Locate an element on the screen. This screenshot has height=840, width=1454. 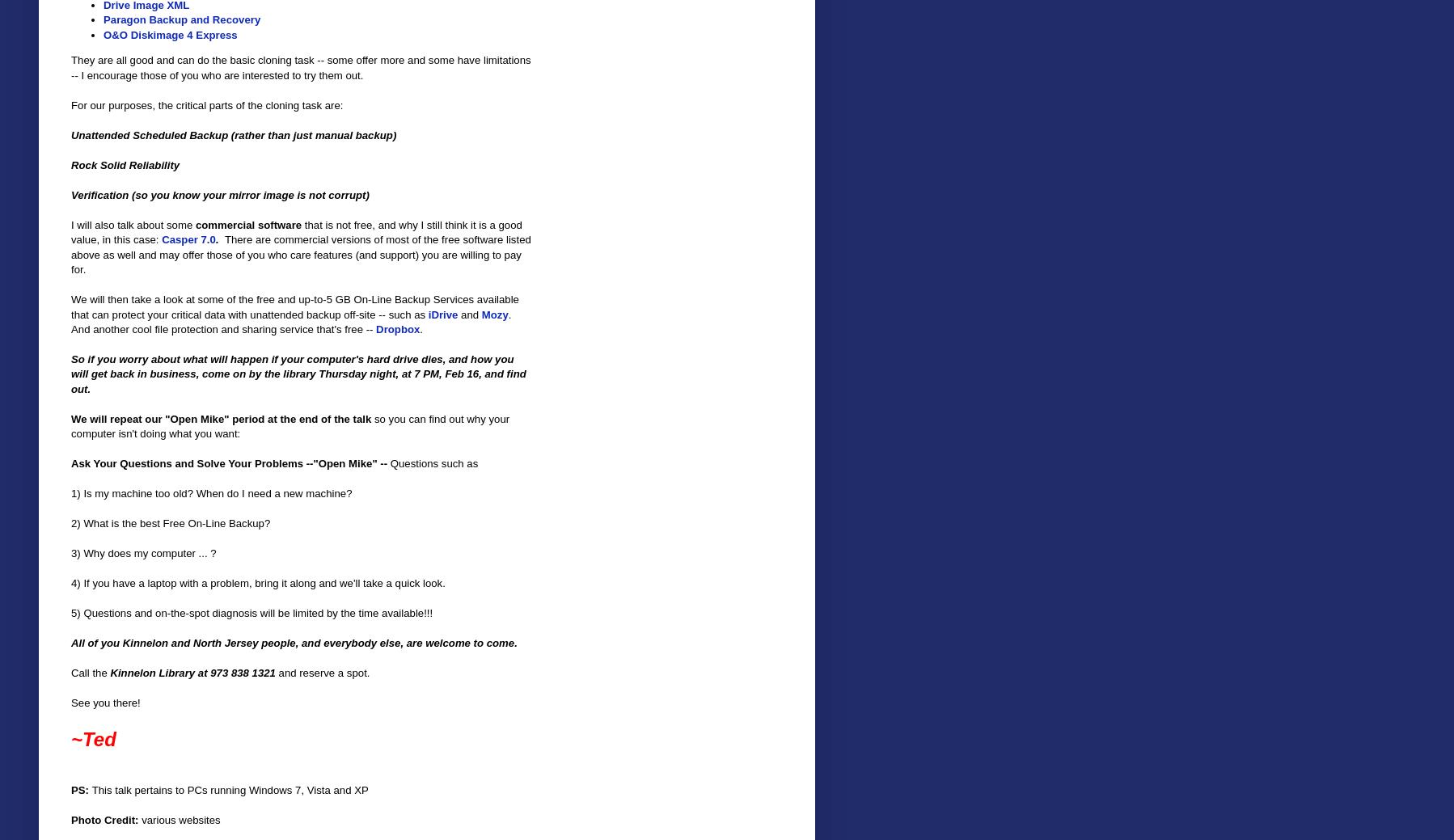
'2) What is the best Free On-Line Backup?' is located at coordinates (171, 523).